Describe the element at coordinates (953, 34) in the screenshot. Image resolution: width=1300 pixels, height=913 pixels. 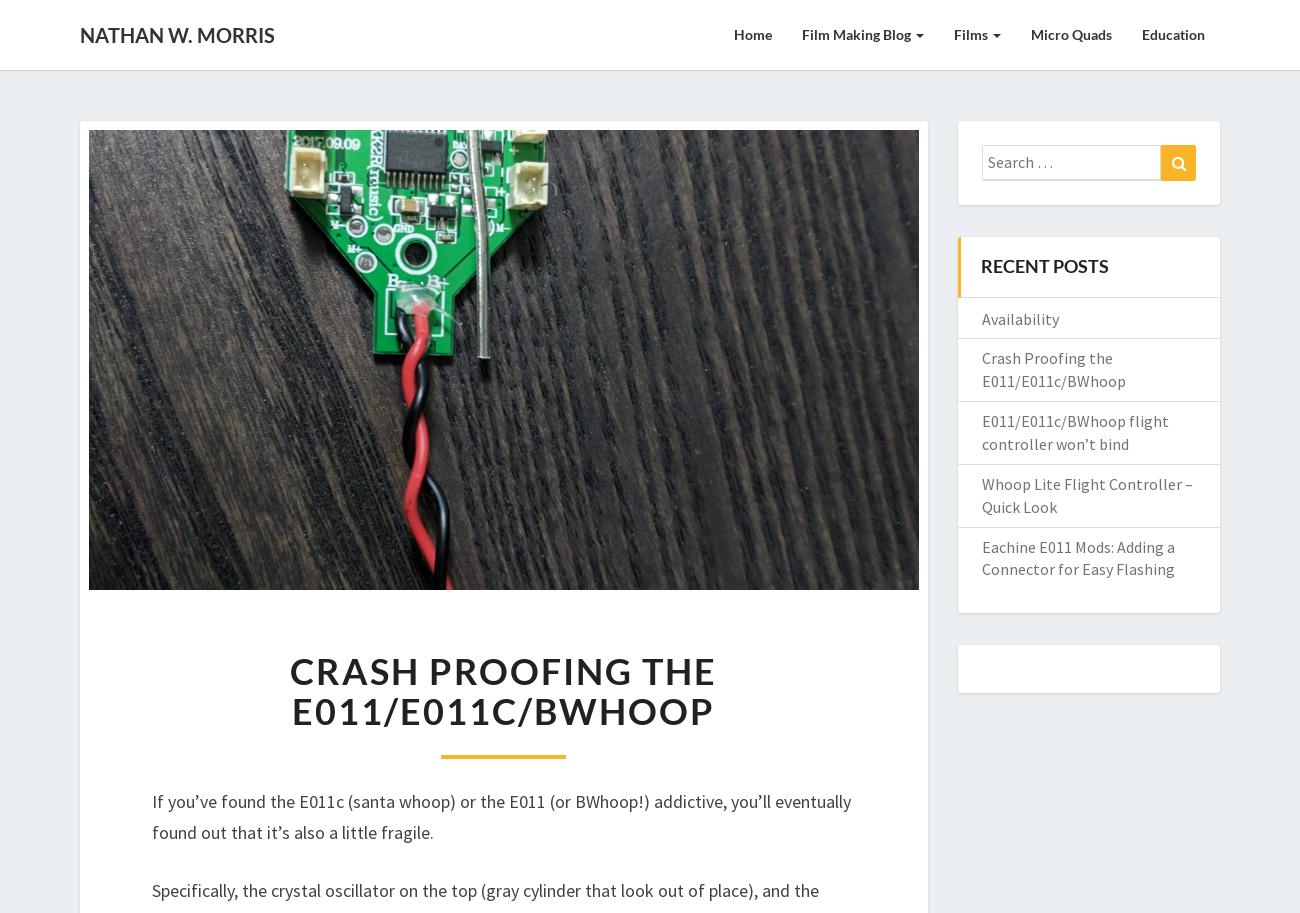
I see `'Films'` at that location.